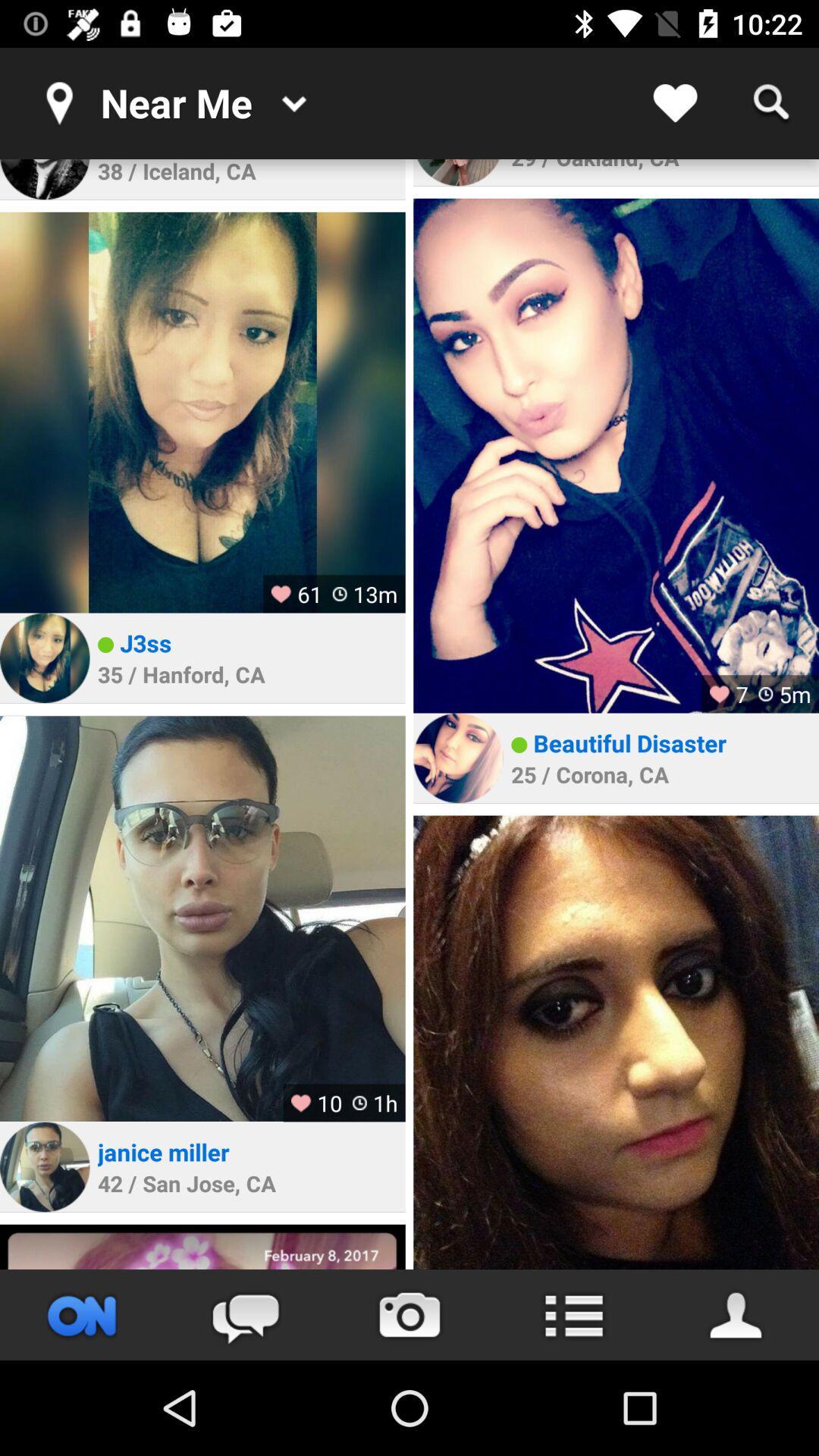 This screenshot has width=819, height=1456. I want to click on profile, so click(44, 657).